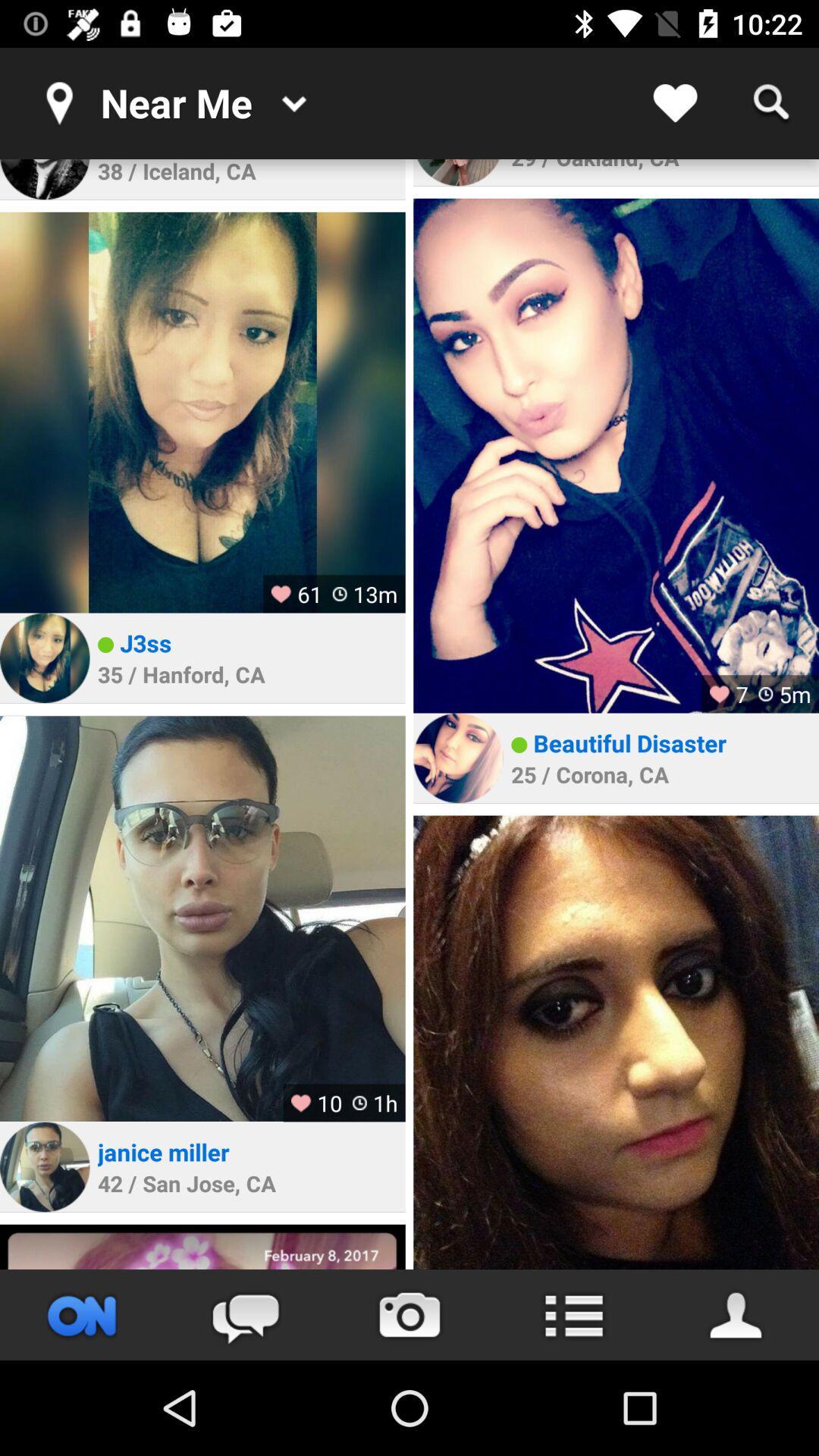 This screenshot has width=819, height=1456. I want to click on profile, so click(44, 657).